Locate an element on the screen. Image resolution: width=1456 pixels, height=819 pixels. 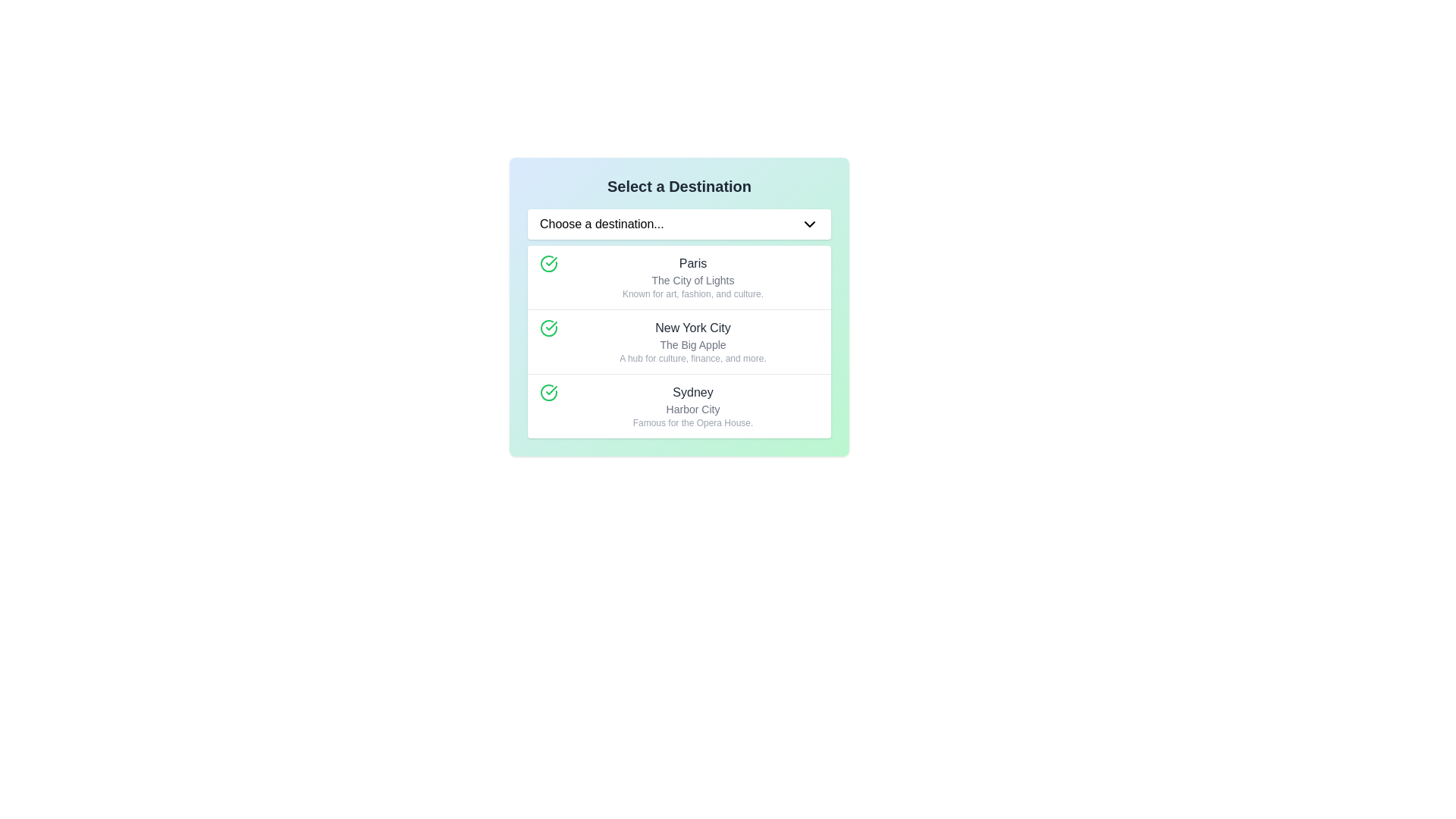
descriptive text label that provides contextual information related to the 'Sydney' label, located in the third option of the list of destinations is located at coordinates (692, 409).